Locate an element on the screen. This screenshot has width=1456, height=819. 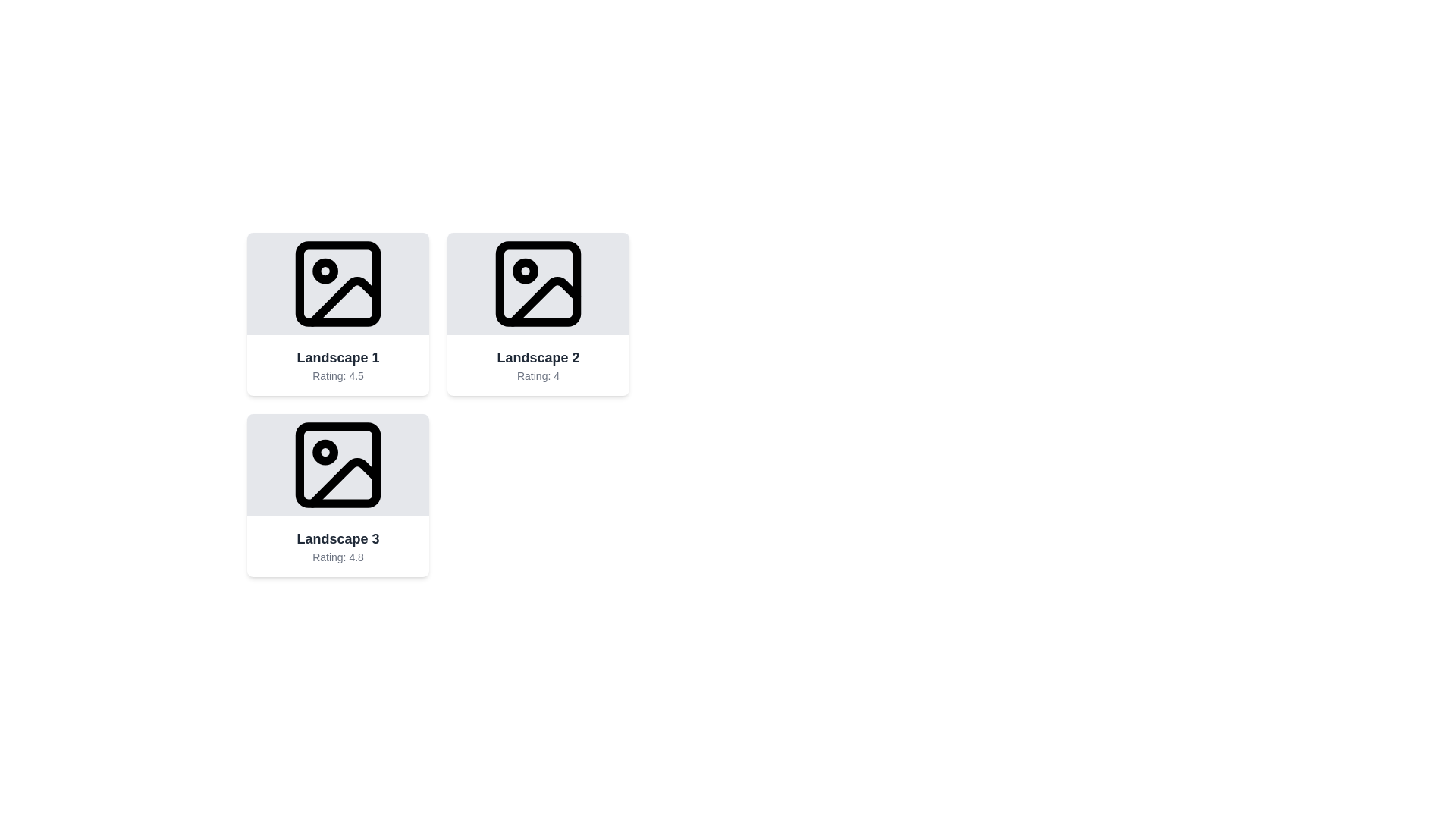
the text label displaying 'Landscape 2', which is styled with a bold, large dark gray font and is positioned above the rating text within the second column of a grid layout is located at coordinates (538, 357).